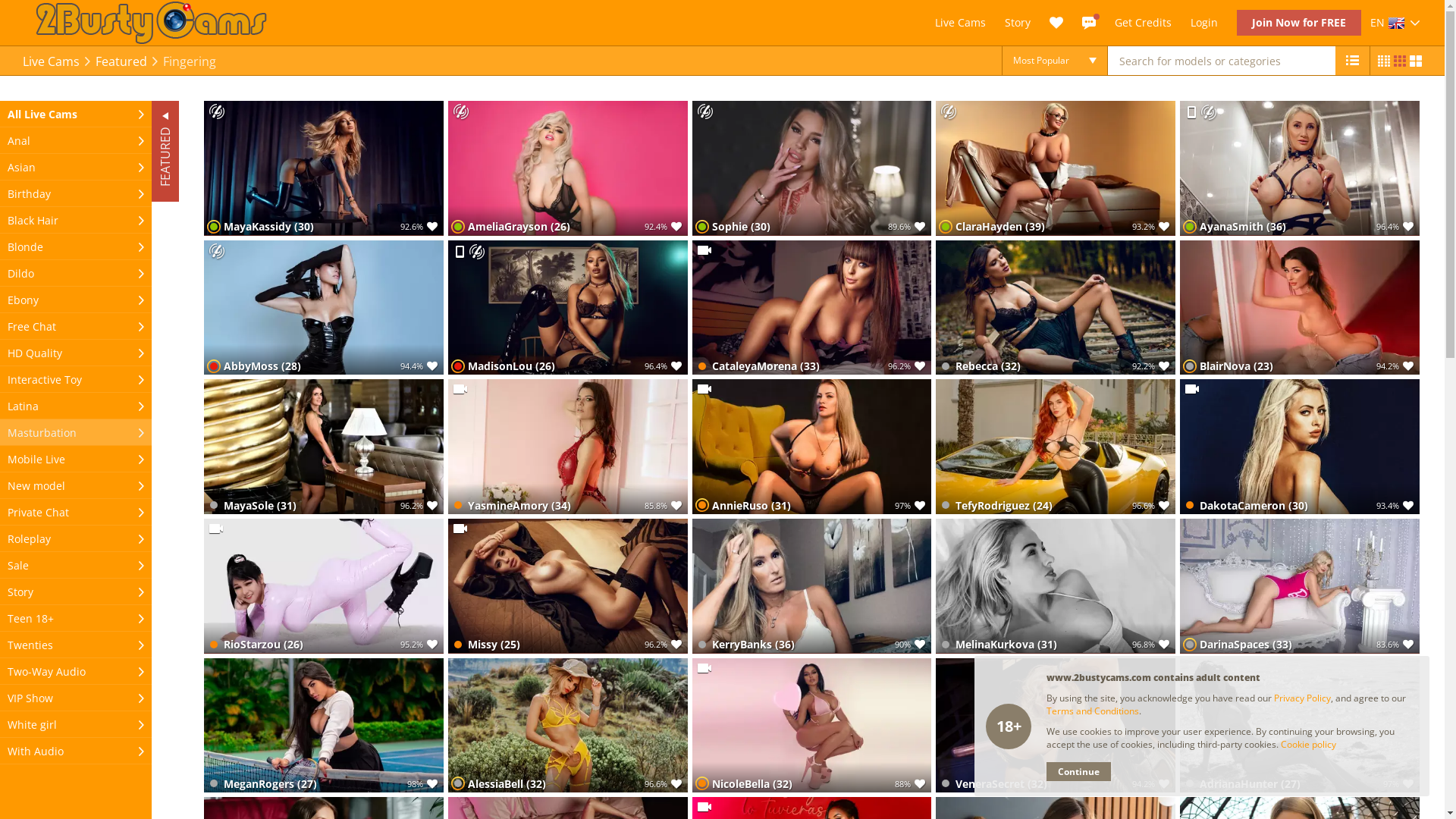 Image resolution: width=1456 pixels, height=819 pixels. I want to click on 'Live Cams', so click(51, 61).